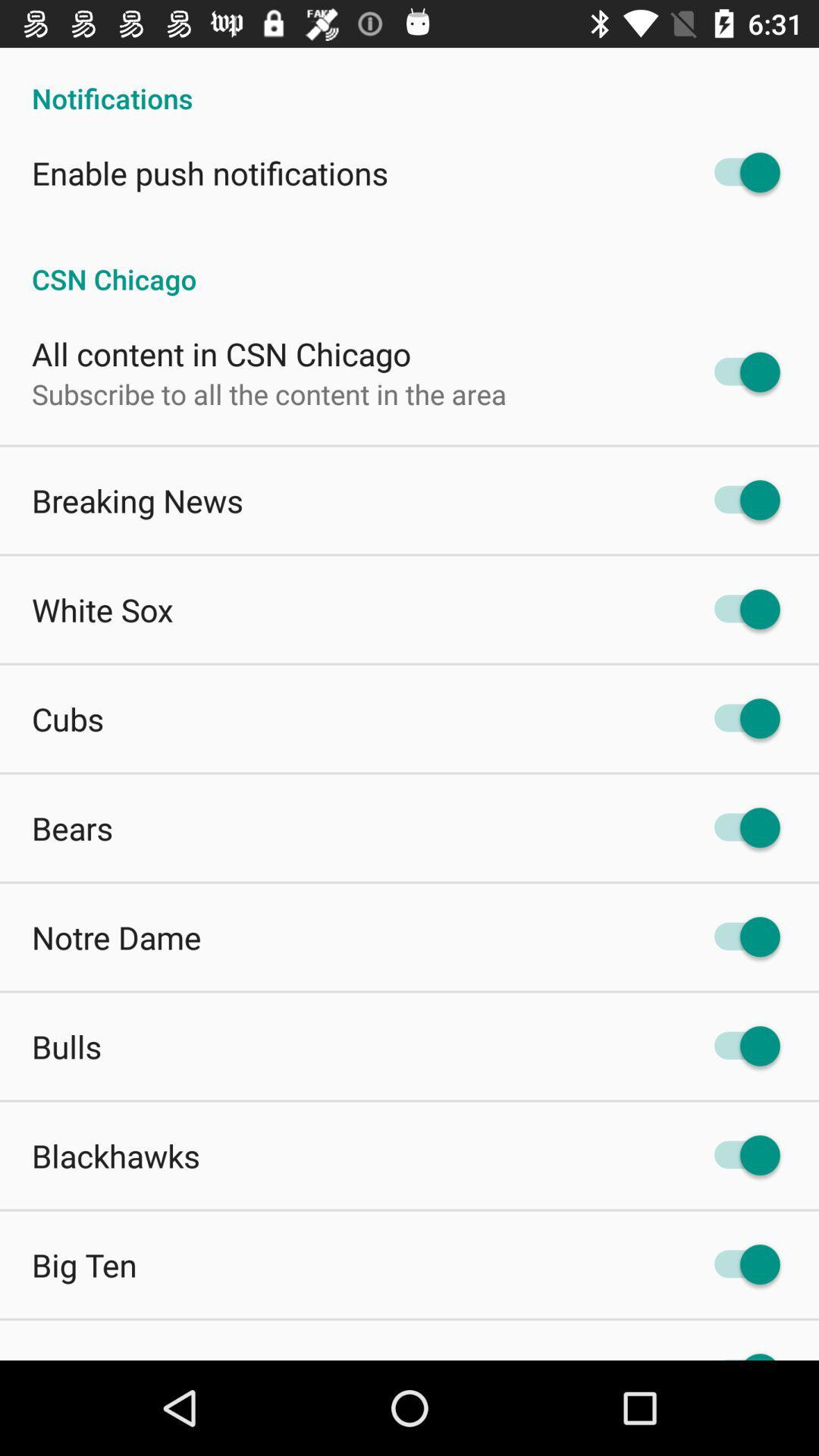  I want to click on bears icon, so click(72, 827).